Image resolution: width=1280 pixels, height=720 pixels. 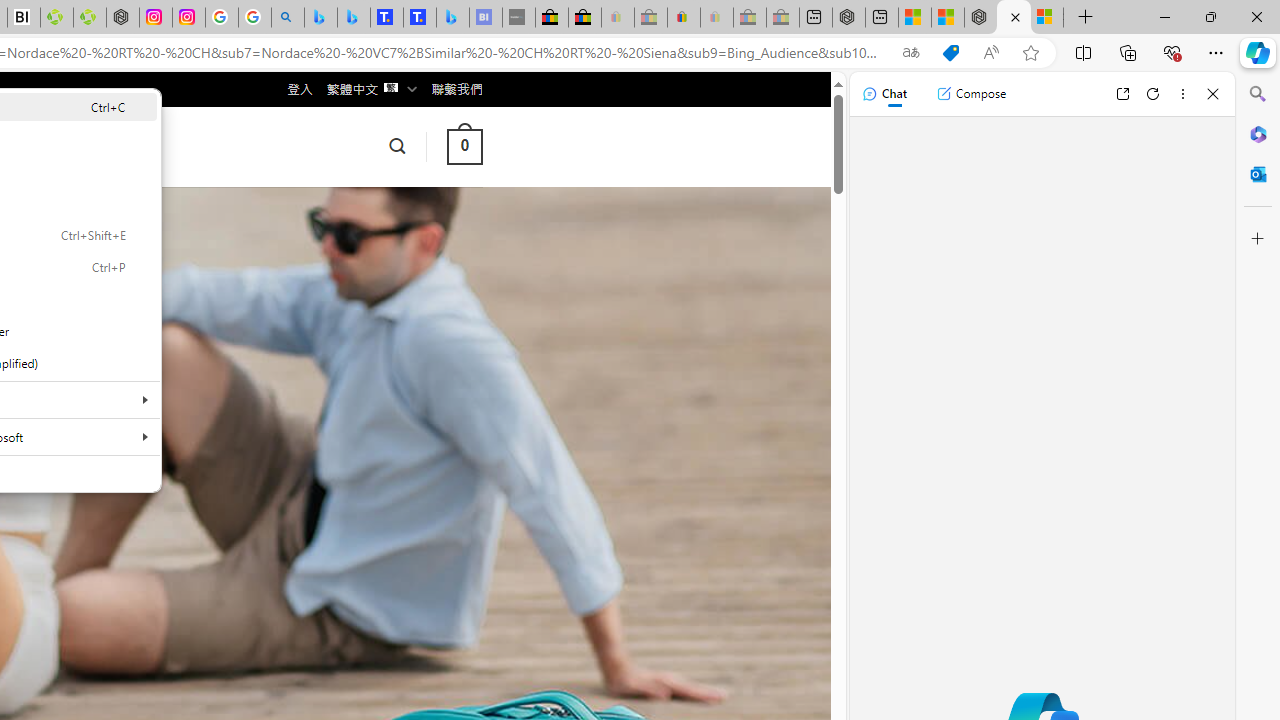 I want to click on 'Nordace - Nordace Edin Collection', so click(x=122, y=17).